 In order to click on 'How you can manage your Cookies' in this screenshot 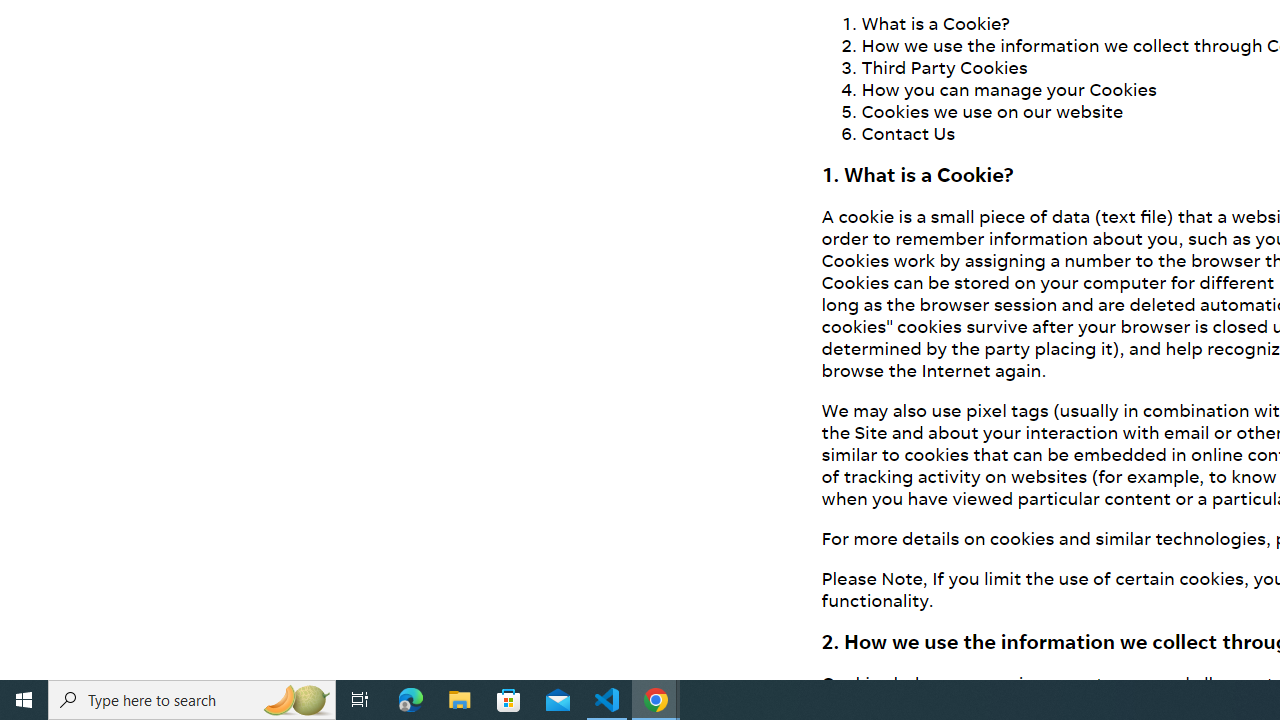, I will do `click(1009, 87)`.